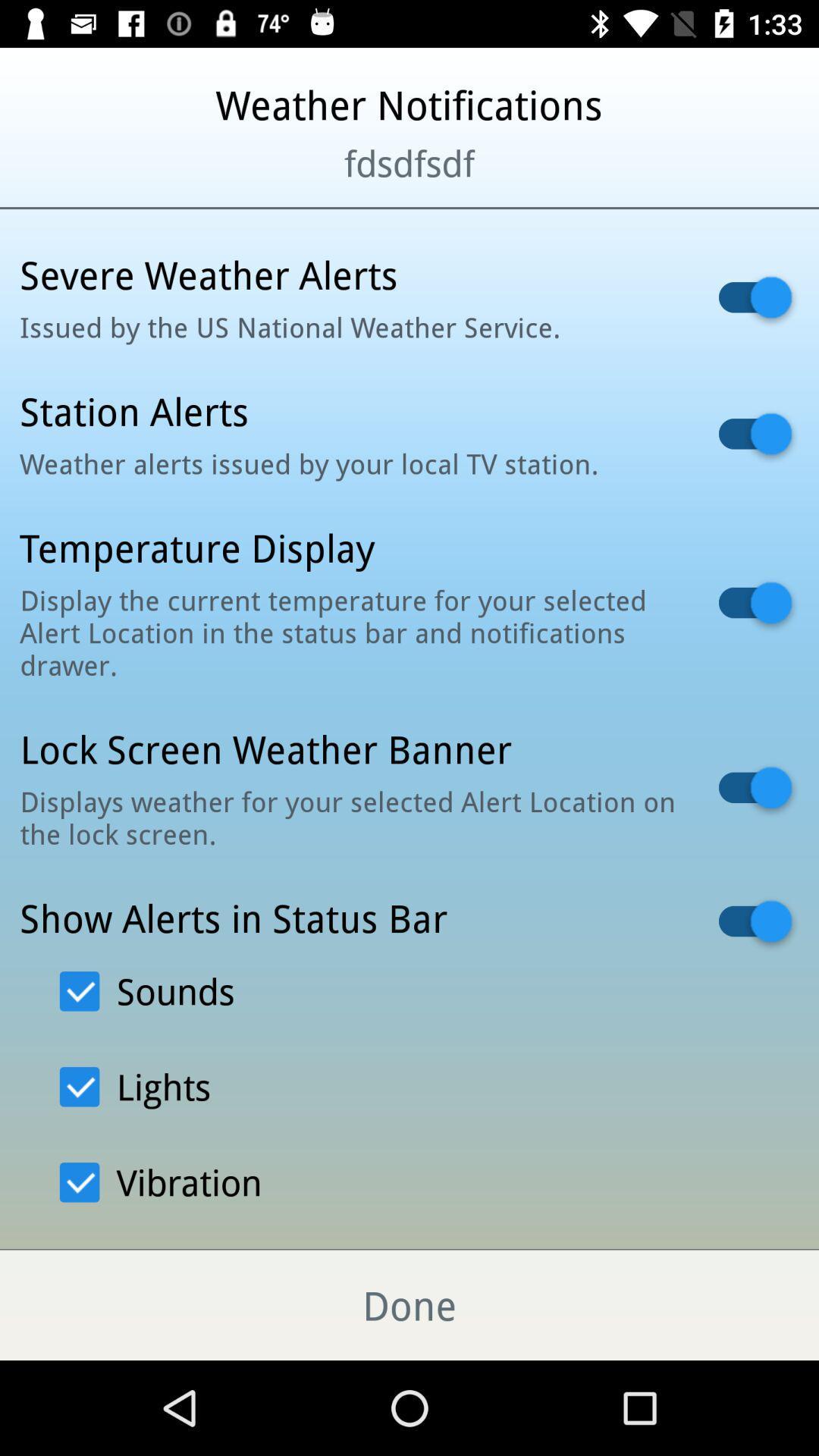 The height and width of the screenshot is (1456, 819). What do you see at coordinates (350, 632) in the screenshot?
I see `item above the lock screen weather icon` at bounding box center [350, 632].